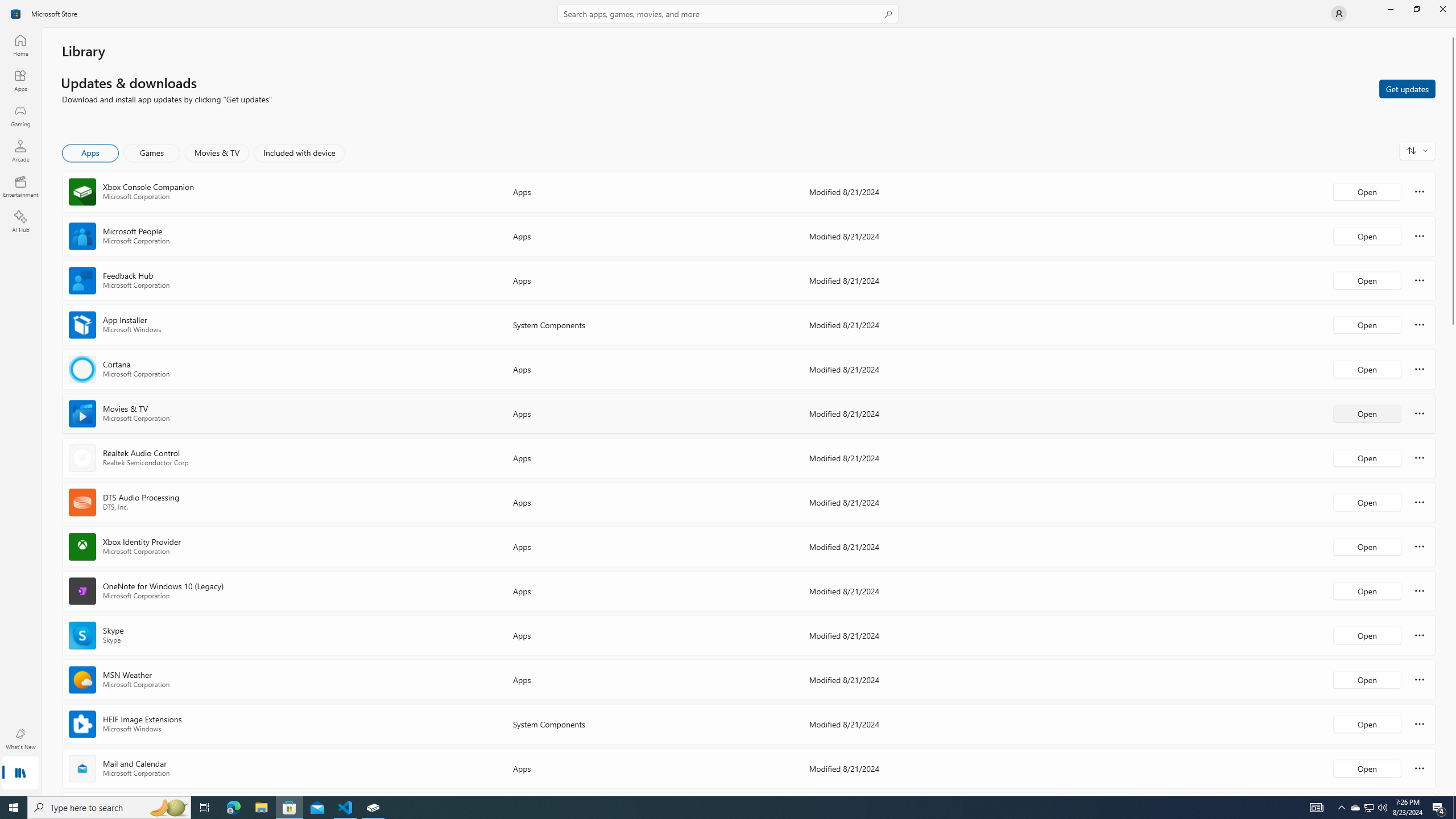 This screenshot has height=819, width=1456. Describe the element at coordinates (19, 150) in the screenshot. I see `'Arcade'` at that location.